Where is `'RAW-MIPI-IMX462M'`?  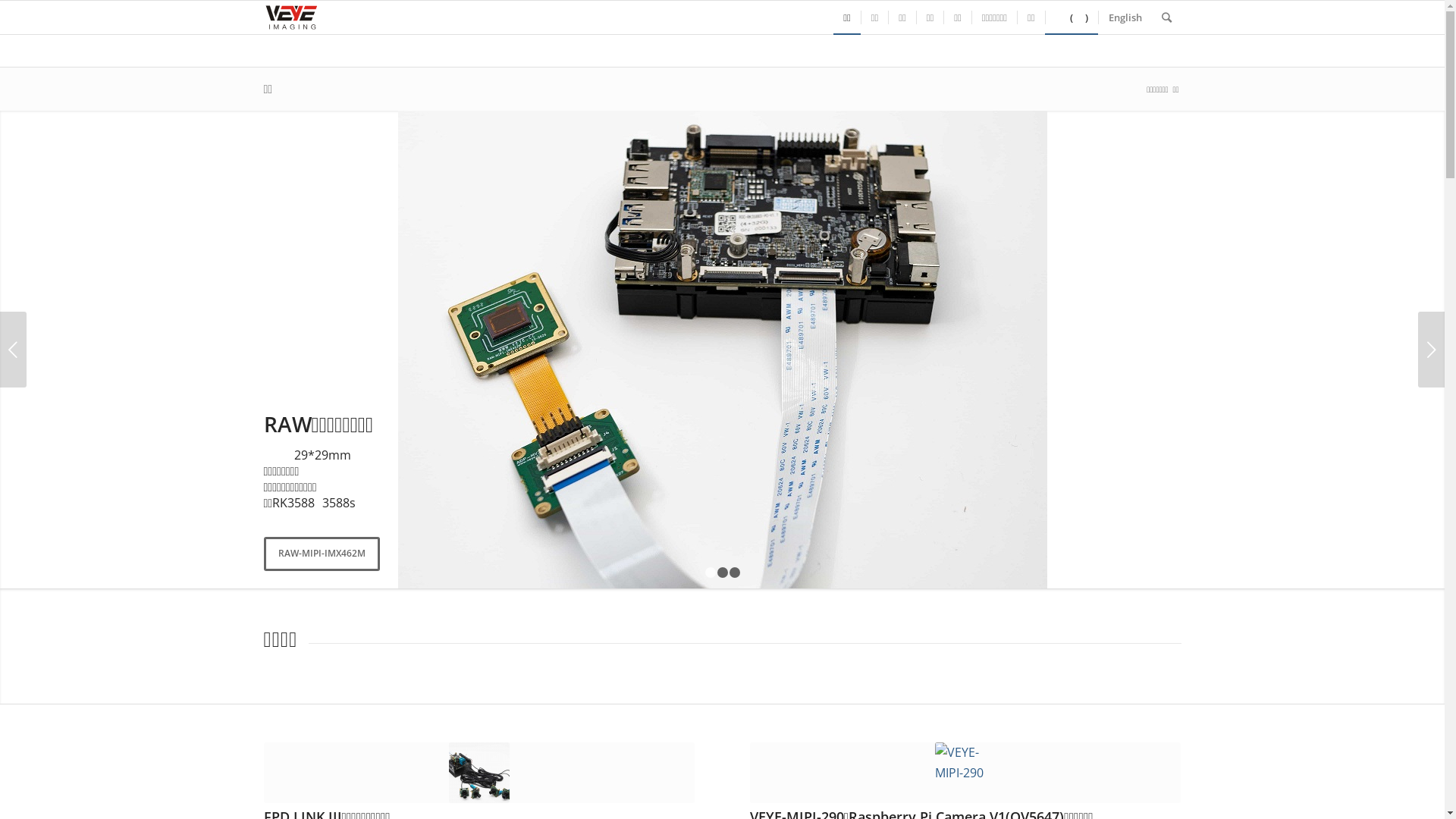 'RAW-MIPI-IMX462M' is located at coordinates (321, 553).